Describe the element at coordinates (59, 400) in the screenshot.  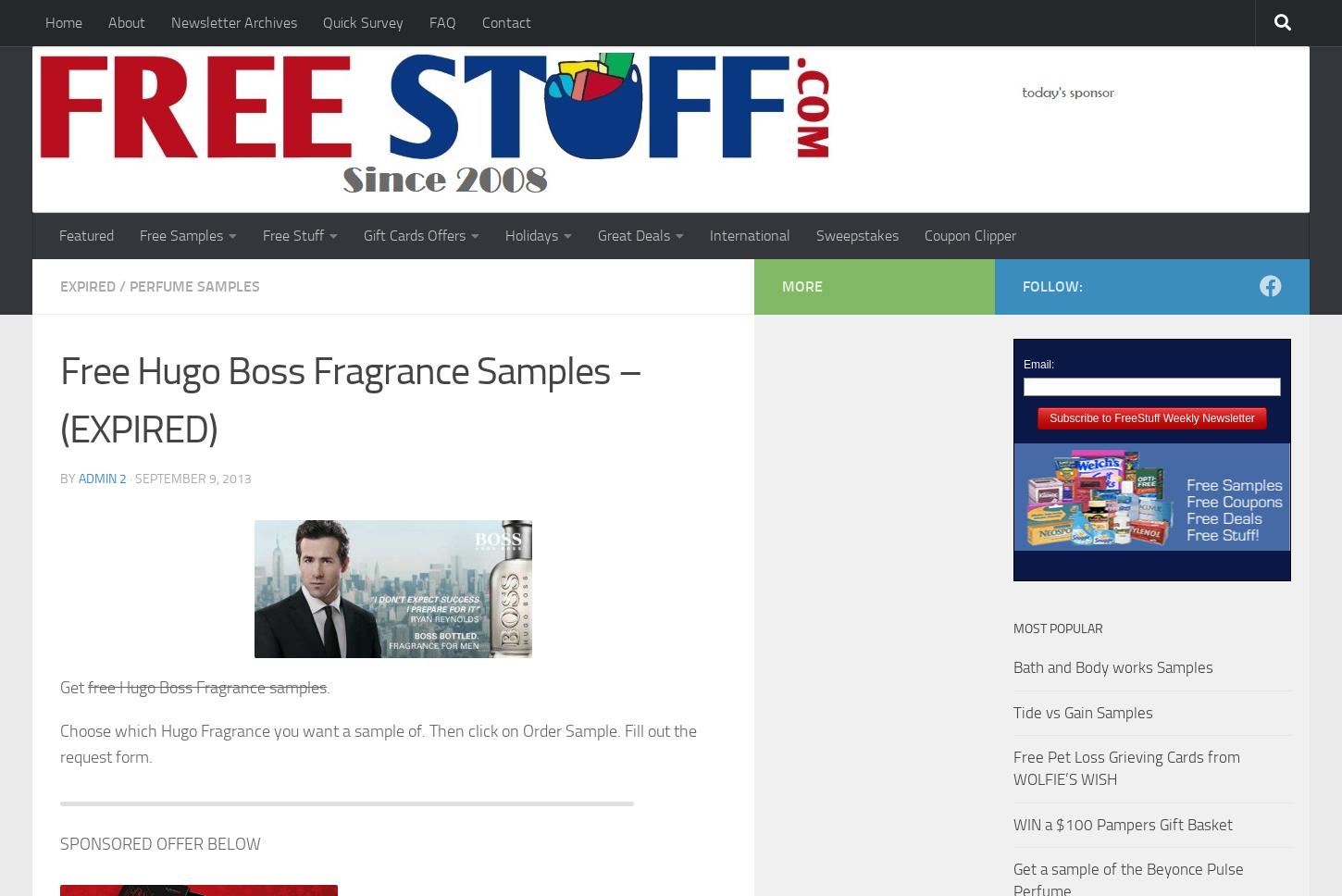
I see `'Free Hugo Boss Fragrance Samples – (EXPIRED)'` at that location.